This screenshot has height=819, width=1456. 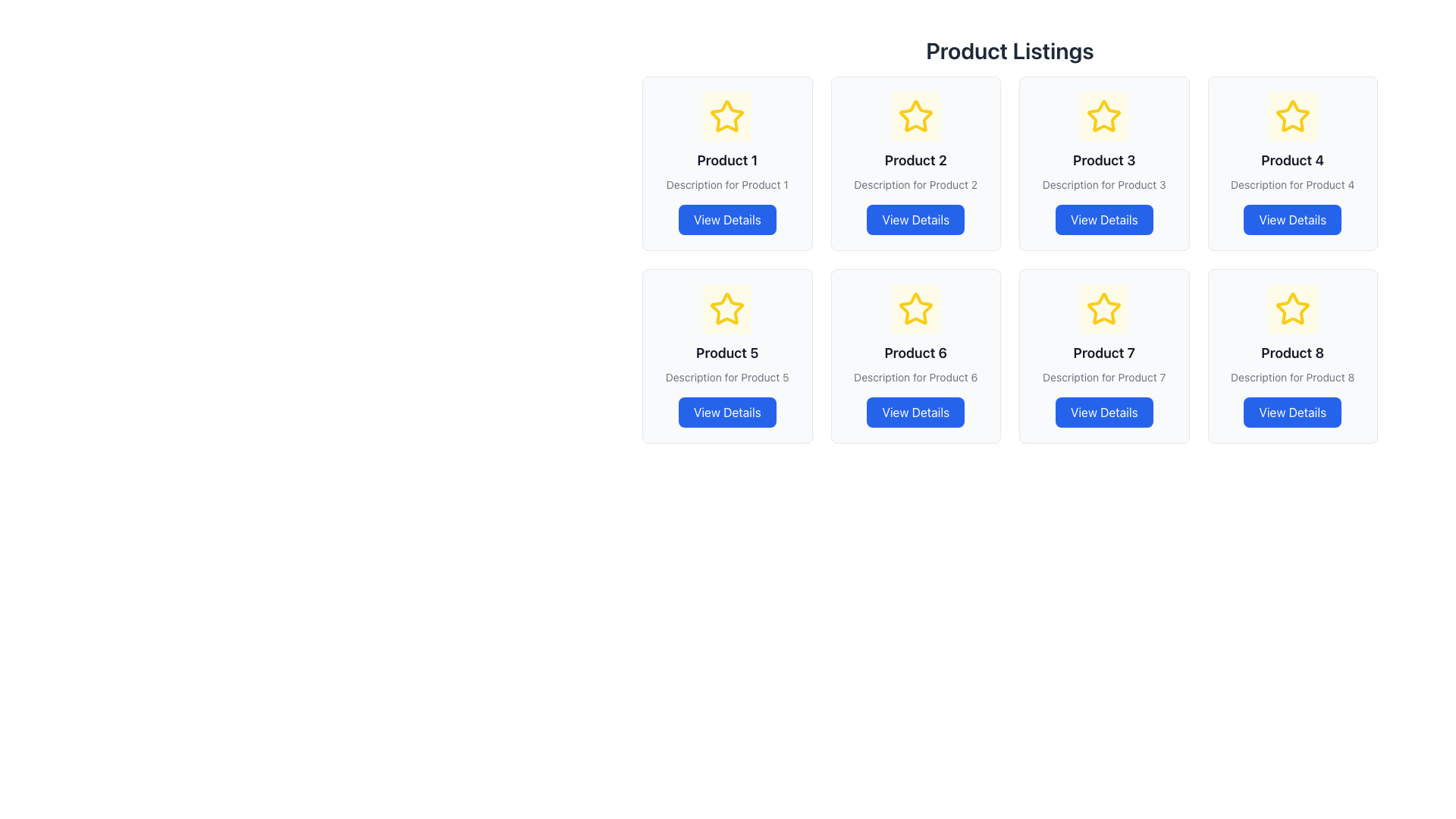 I want to click on the decorative icon located in the second column of the first row of the grid layout, positioned above the text 'Product 2' and 'Description for Product 2', so click(x=915, y=116).